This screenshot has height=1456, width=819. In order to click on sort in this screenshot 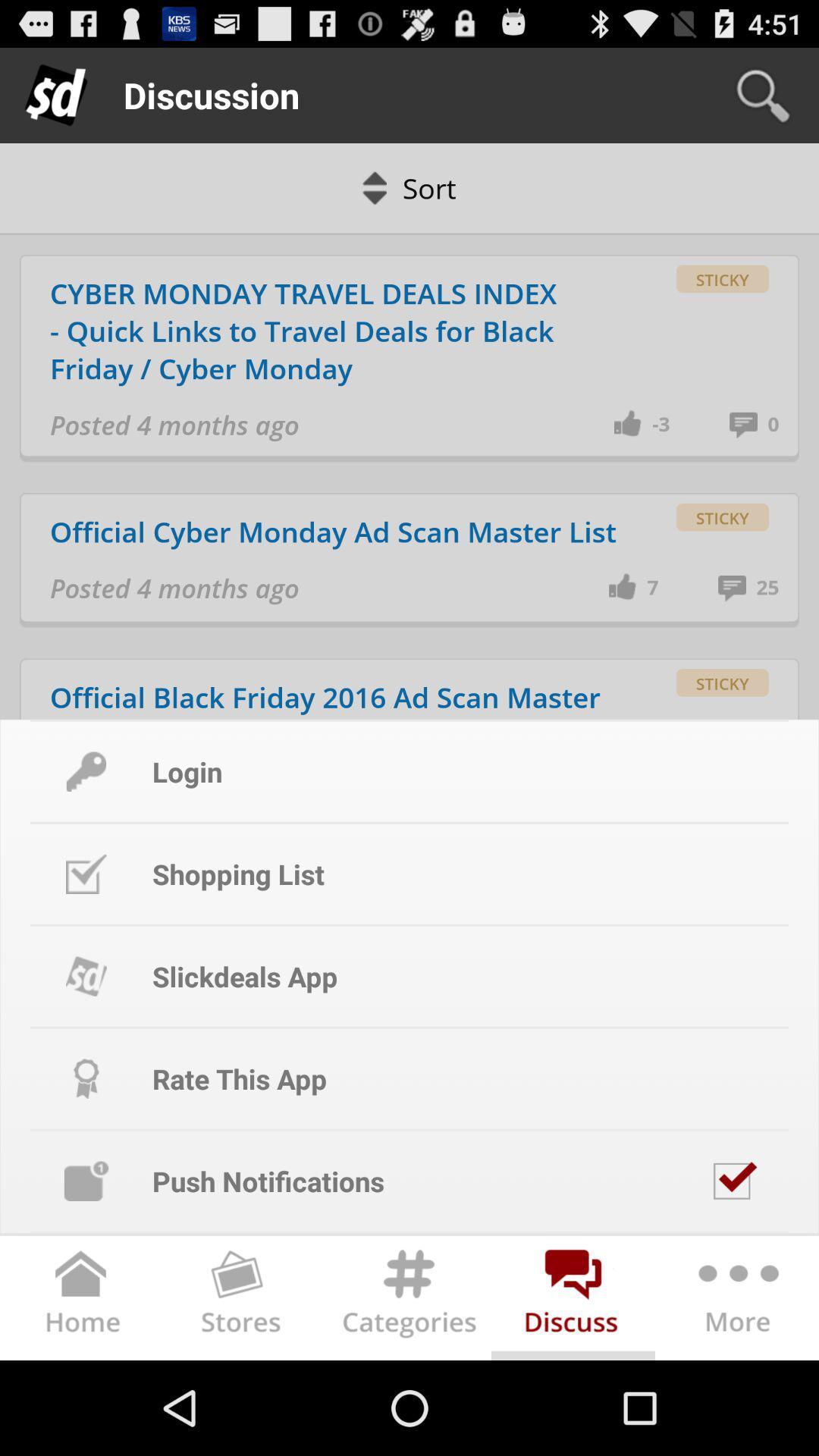, I will do `click(409, 187)`.